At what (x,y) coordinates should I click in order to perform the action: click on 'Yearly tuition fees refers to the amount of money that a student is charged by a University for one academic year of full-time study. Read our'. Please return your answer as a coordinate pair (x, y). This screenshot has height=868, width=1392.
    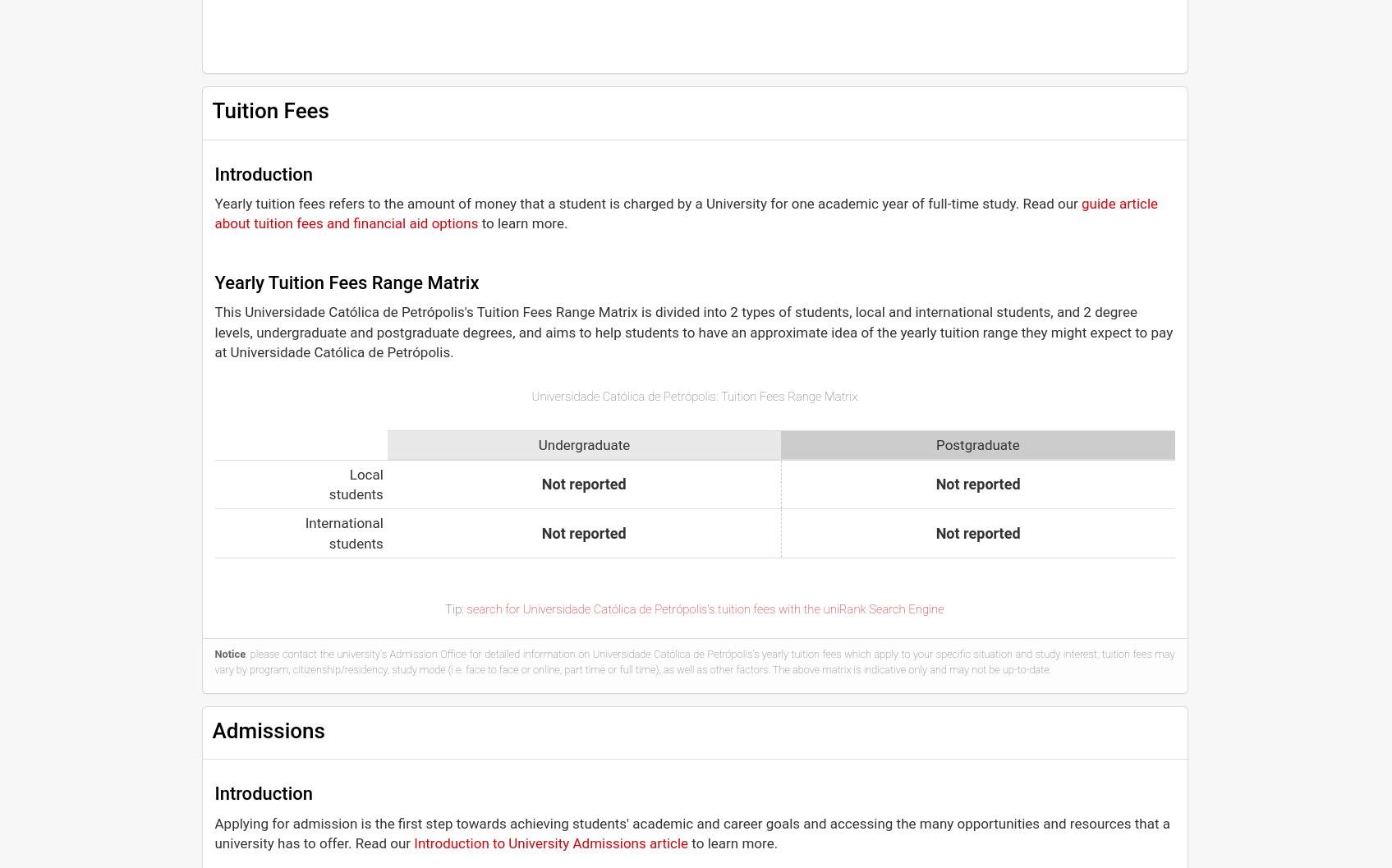
    Looking at the image, I should click on (648, 202).